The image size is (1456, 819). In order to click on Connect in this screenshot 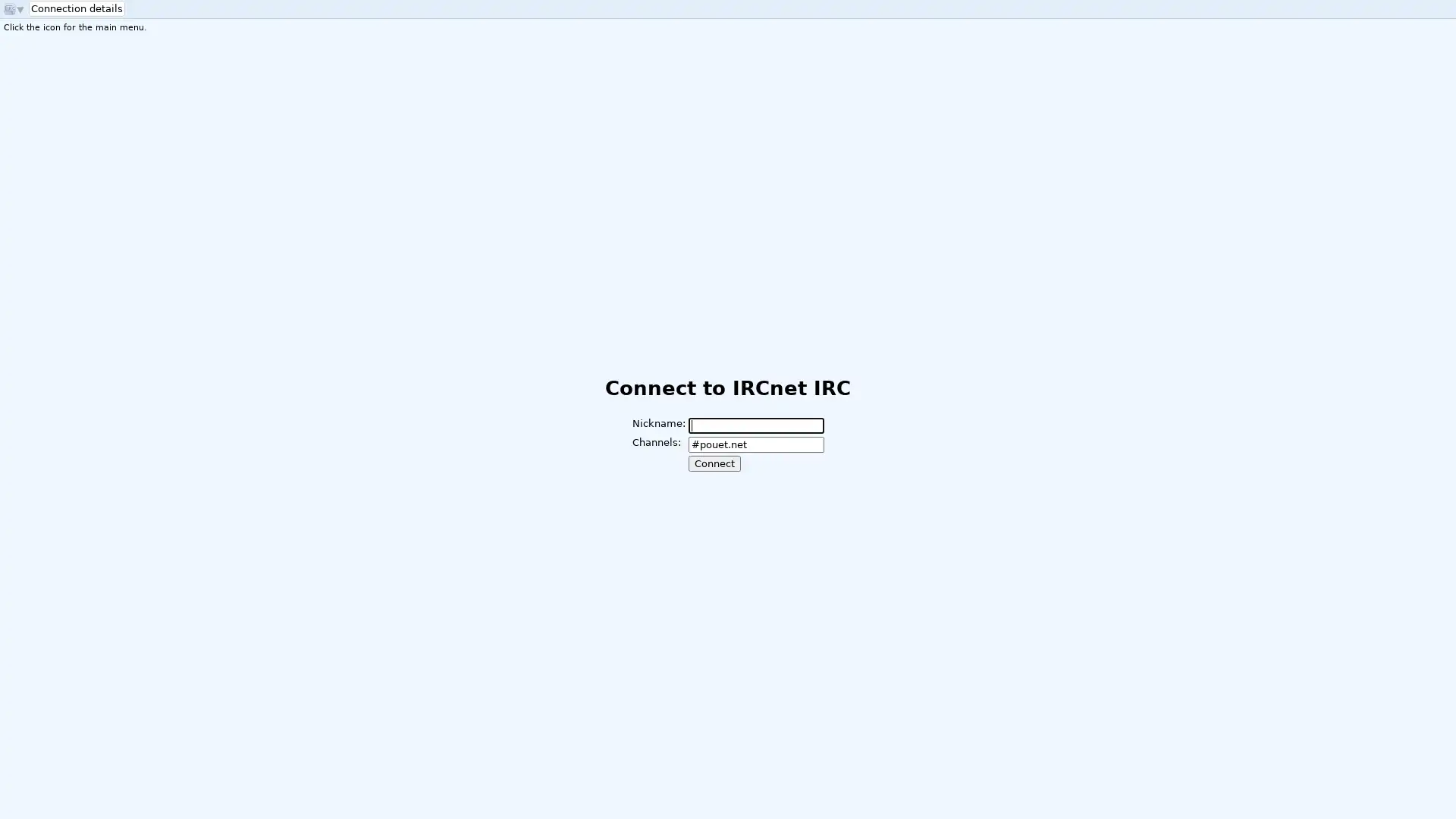, I will do `click(713, 463)`.